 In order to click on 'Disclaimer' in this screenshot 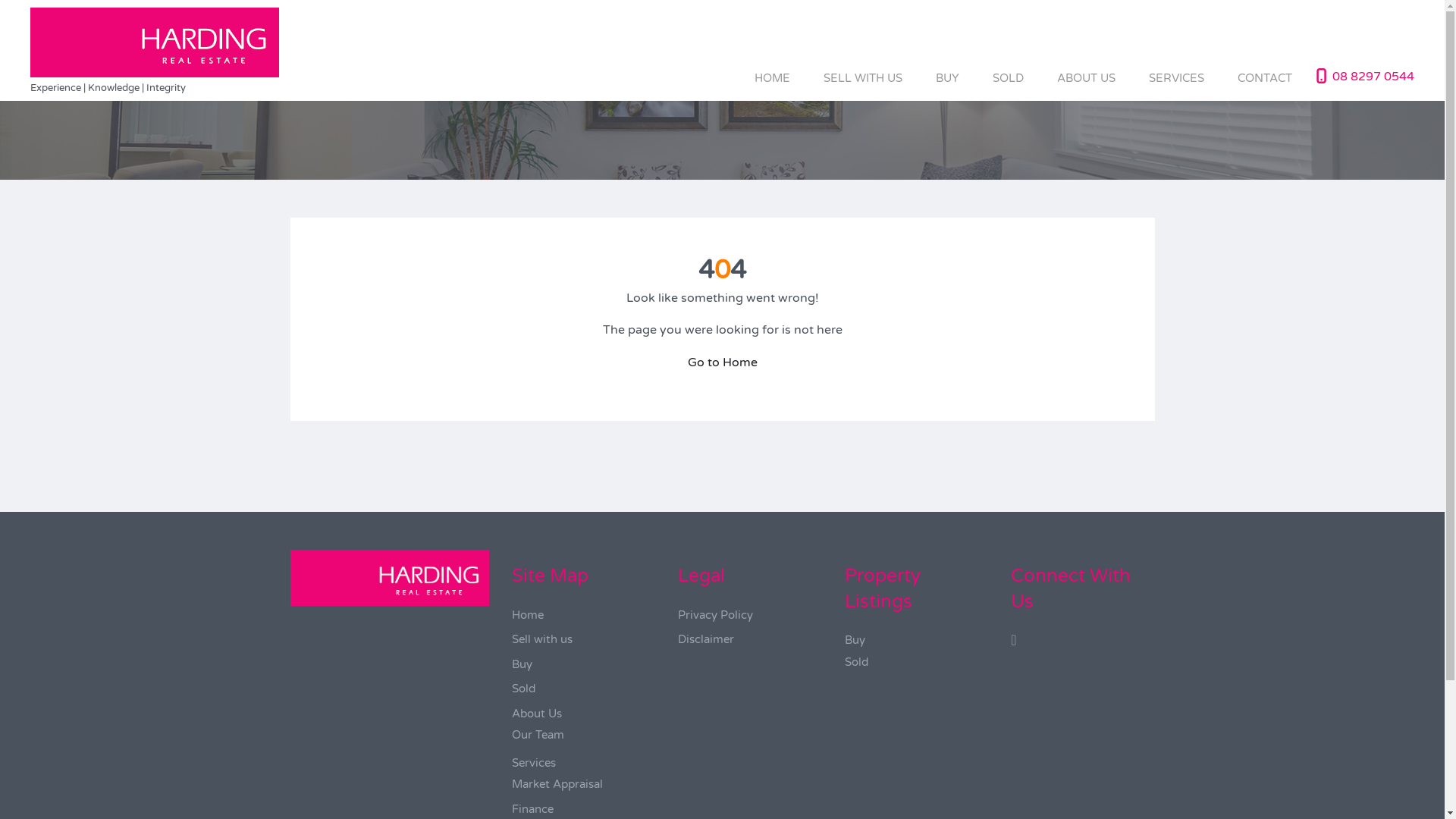, I will do `click(676, 639)`.